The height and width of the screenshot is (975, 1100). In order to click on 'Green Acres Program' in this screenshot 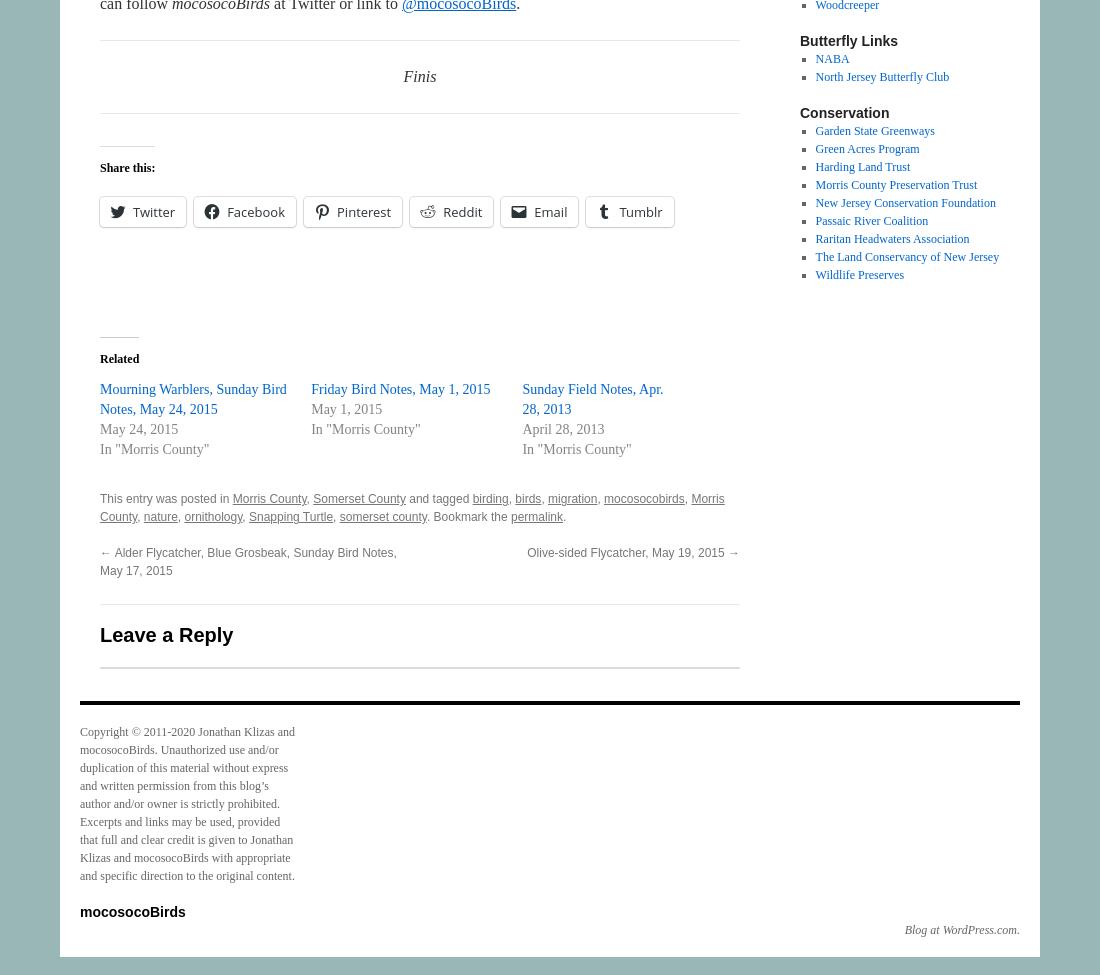, I will do `click(866, 147)`.